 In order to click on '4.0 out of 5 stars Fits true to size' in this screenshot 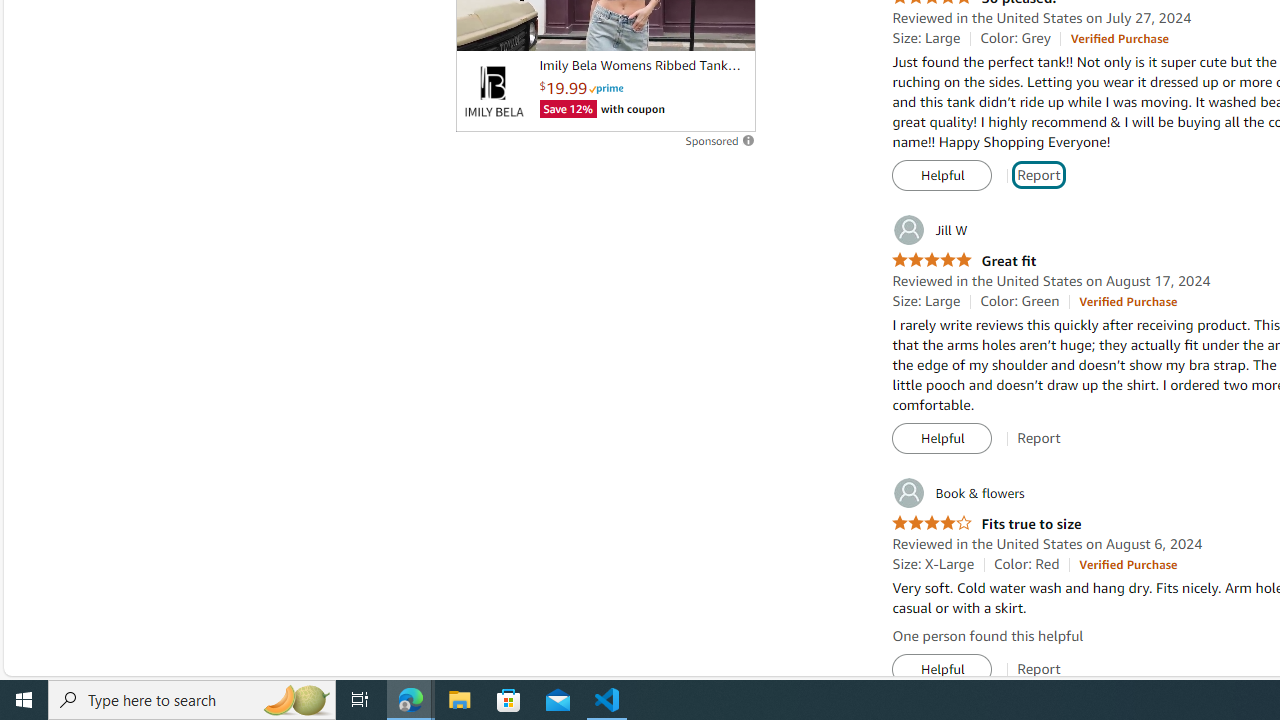, I will do `click(986, 523)`.